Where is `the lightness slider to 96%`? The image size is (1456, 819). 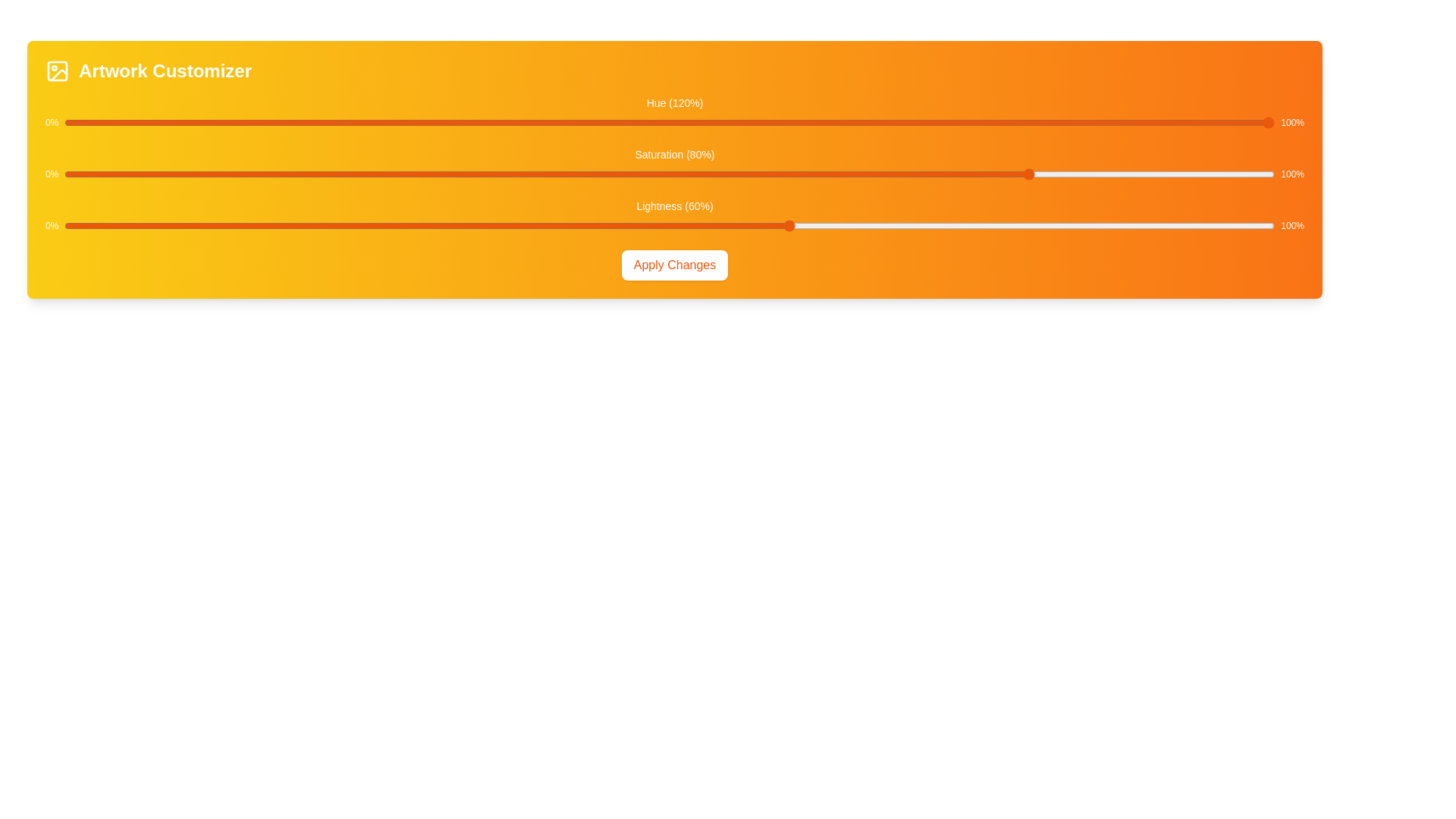 the lightness slider to 96% is located at coordinates (1226, 225).